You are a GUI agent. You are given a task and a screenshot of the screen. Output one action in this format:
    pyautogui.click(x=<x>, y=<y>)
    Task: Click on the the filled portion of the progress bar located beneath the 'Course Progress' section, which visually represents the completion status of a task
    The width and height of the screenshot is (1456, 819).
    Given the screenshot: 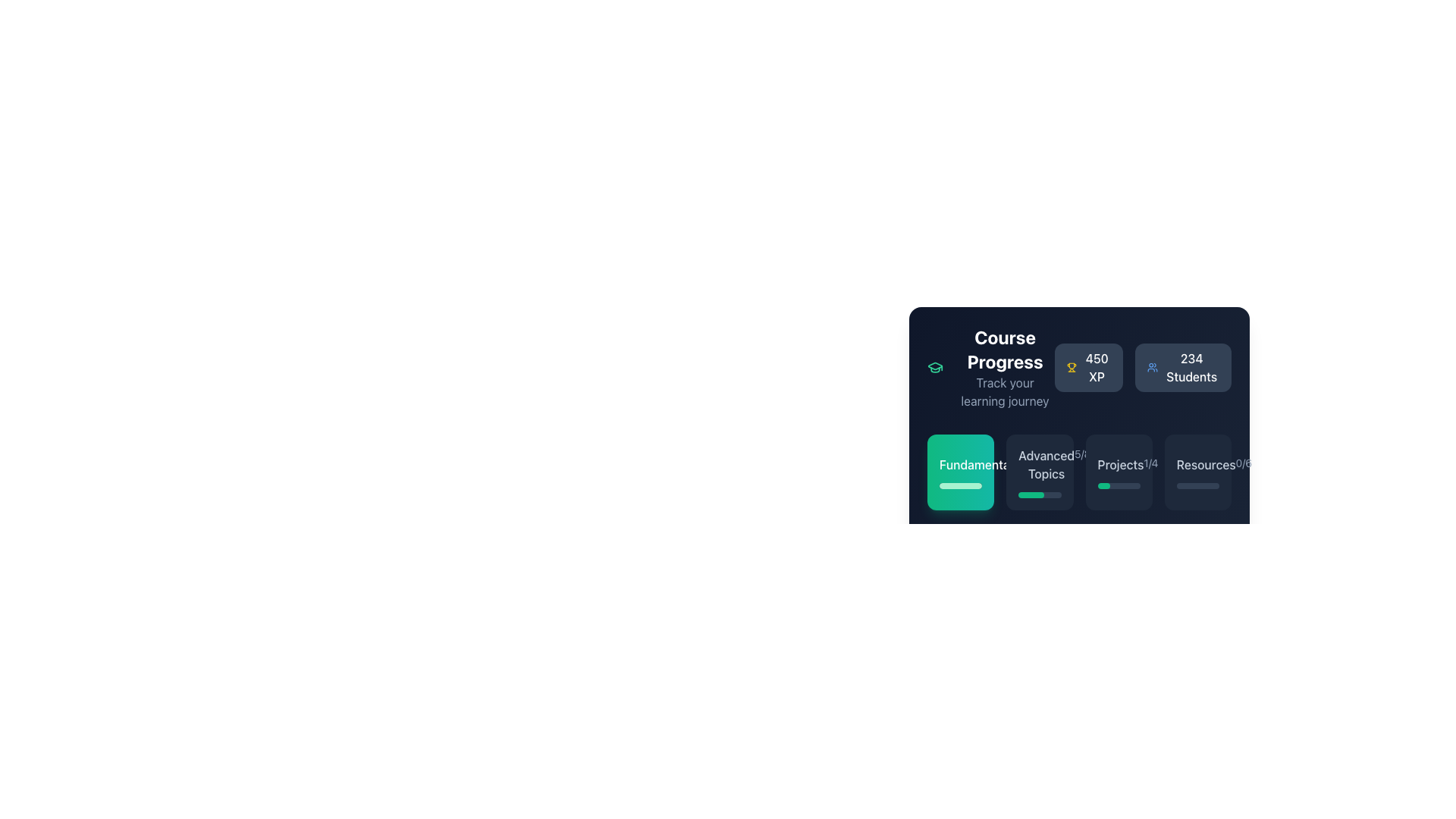 What is the action you would take?
    pyautogui.click(x=1031, y=494)
    